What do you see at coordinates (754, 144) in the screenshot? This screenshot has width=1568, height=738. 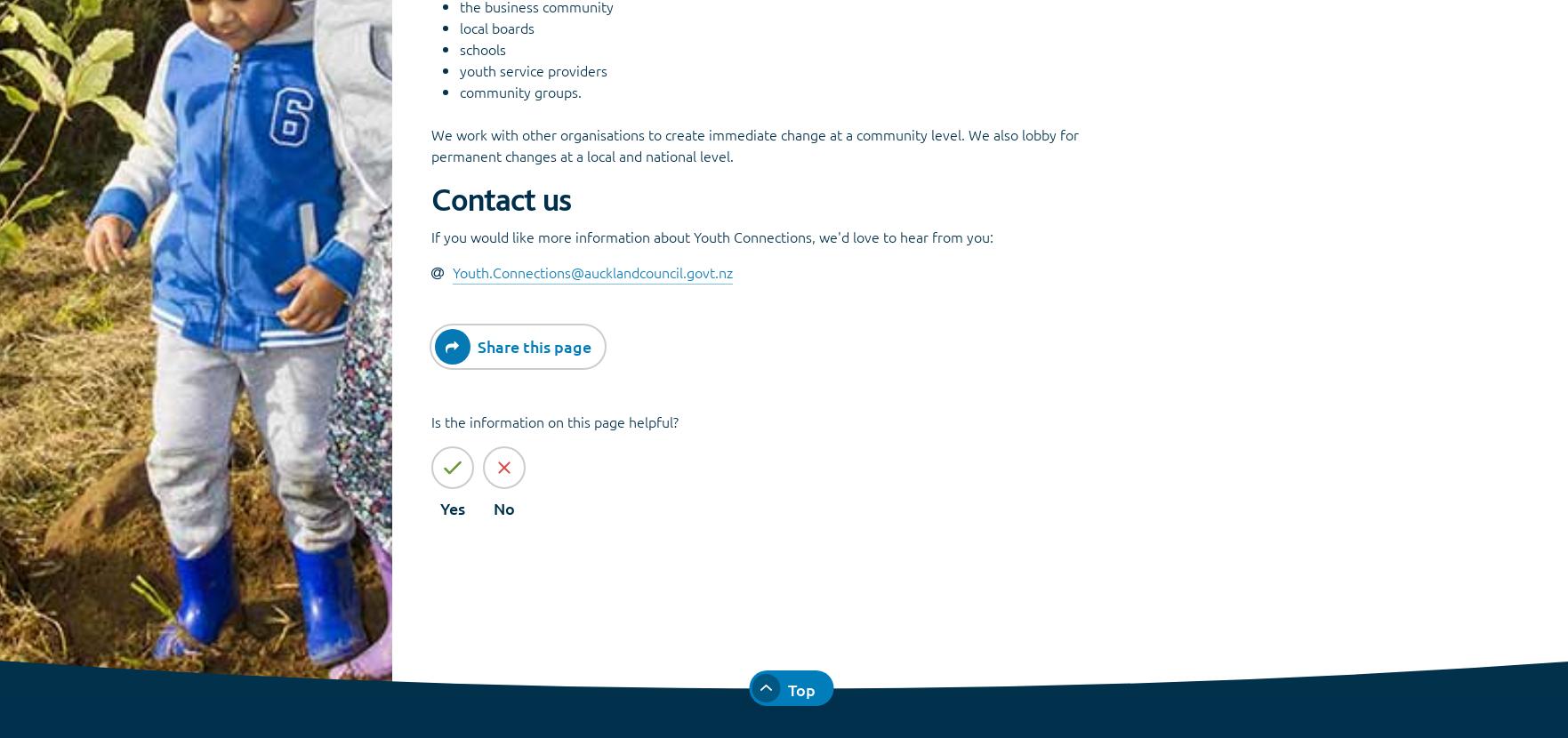 I see `'We work with other organisations to create immediate change at a community level. We also lobby for permanent changes at a local and national level.'` at bounding box center [754, 144].